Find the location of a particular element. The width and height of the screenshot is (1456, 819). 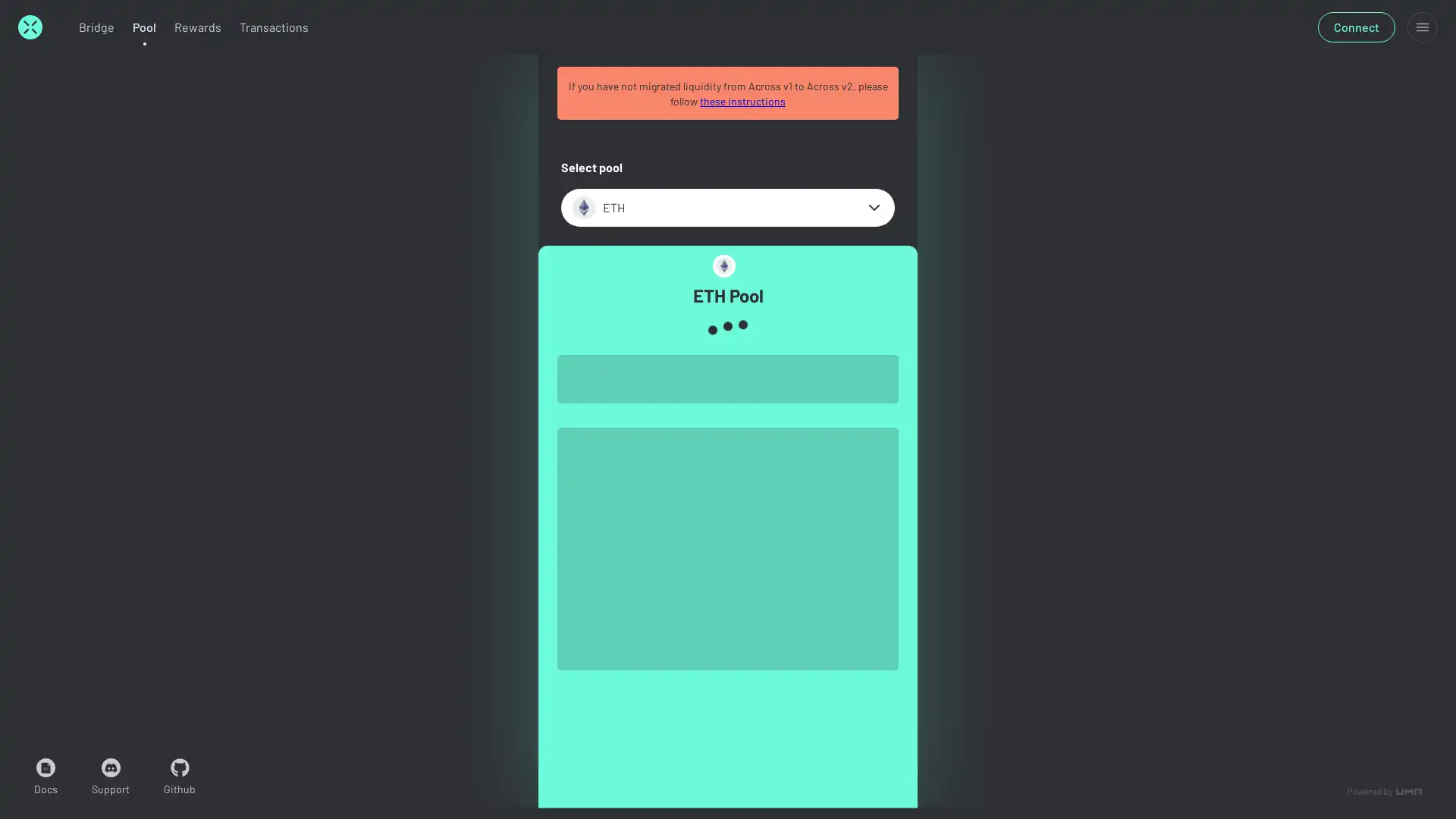

MAX is located at coordinates (613, 651).